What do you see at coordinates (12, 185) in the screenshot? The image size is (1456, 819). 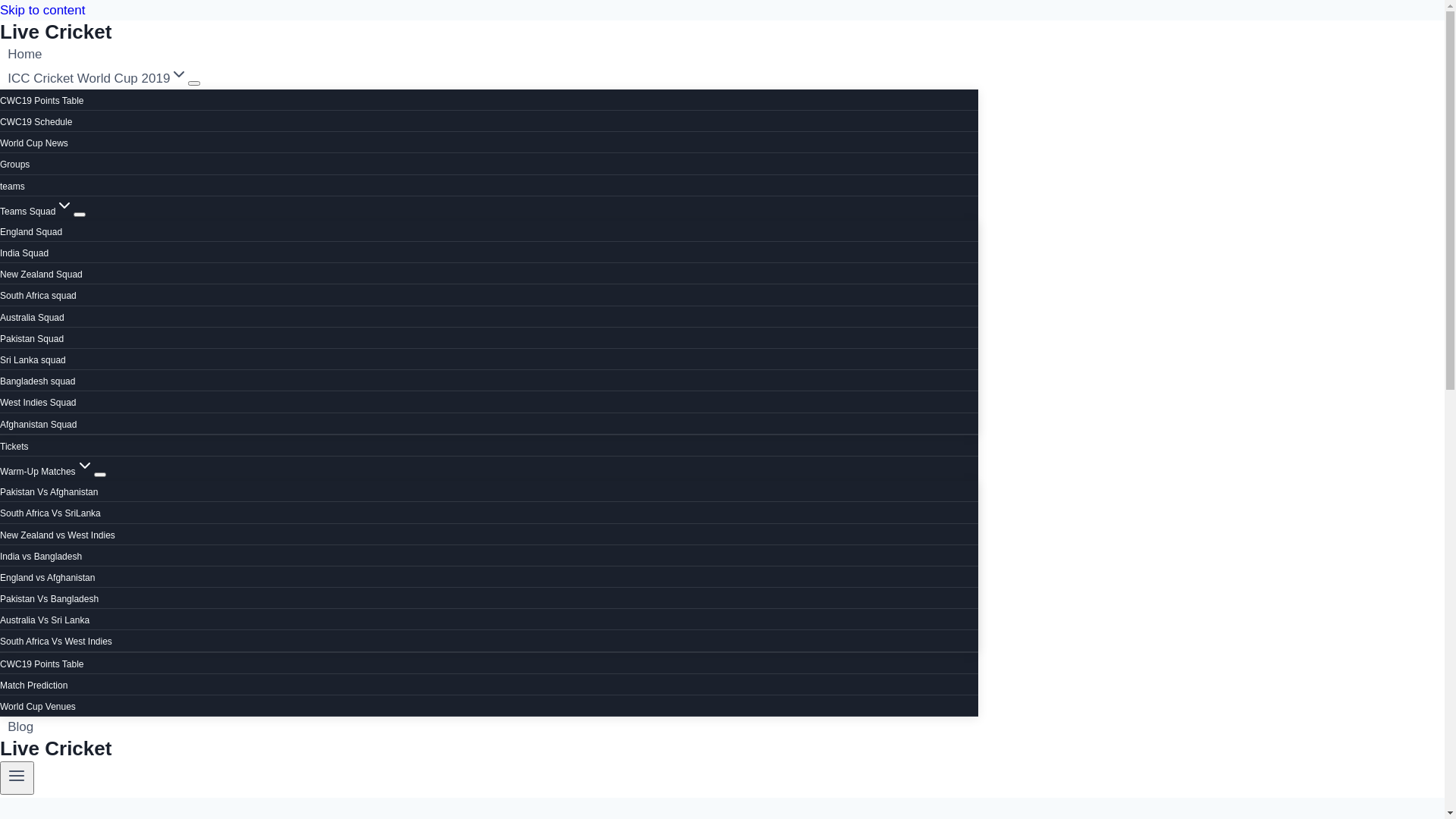 I see `'teams'` at bounding box center [12, 185].